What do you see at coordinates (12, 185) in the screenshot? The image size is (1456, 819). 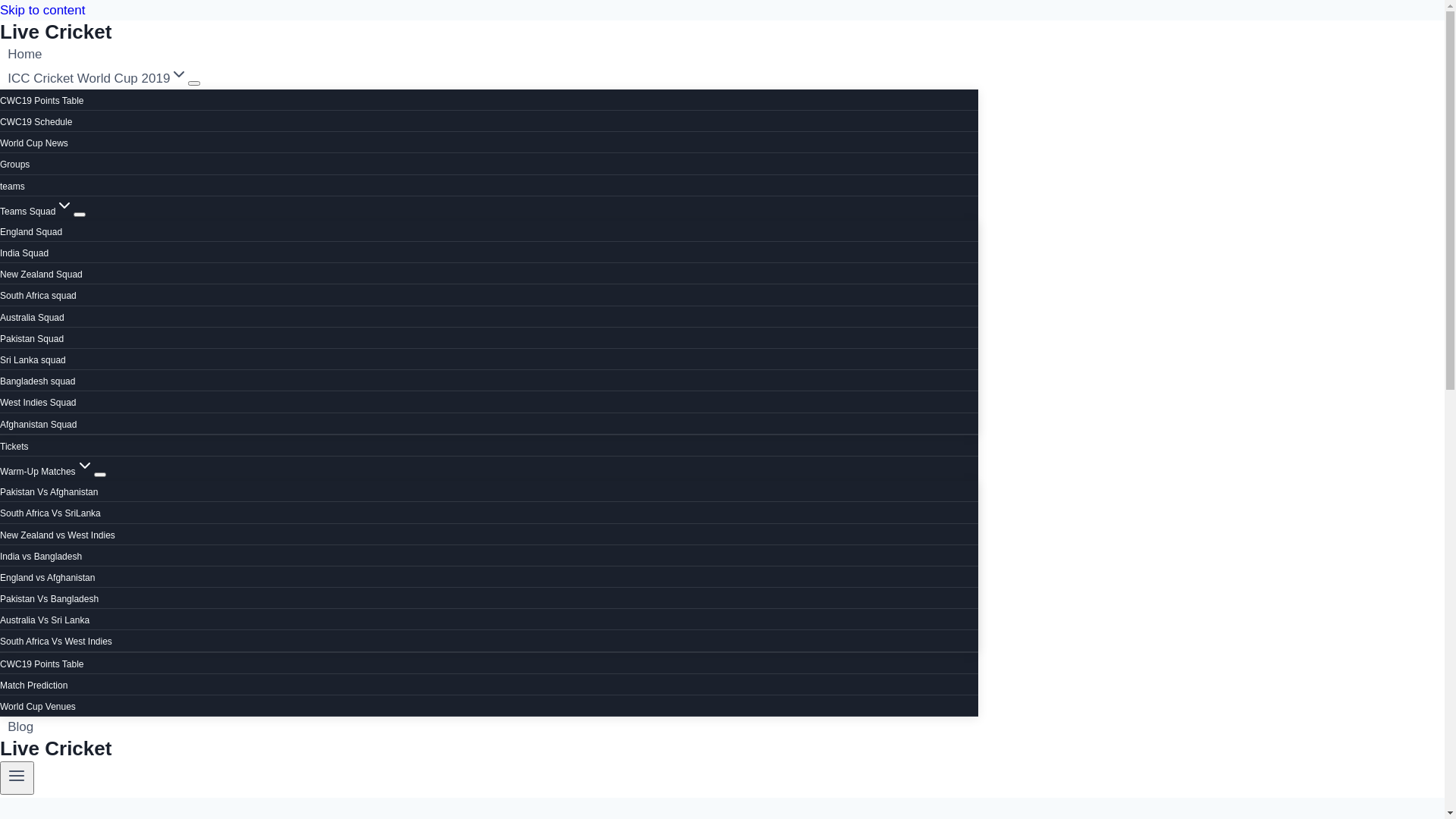 I see `'teams'` at bounding box center [12, 185].